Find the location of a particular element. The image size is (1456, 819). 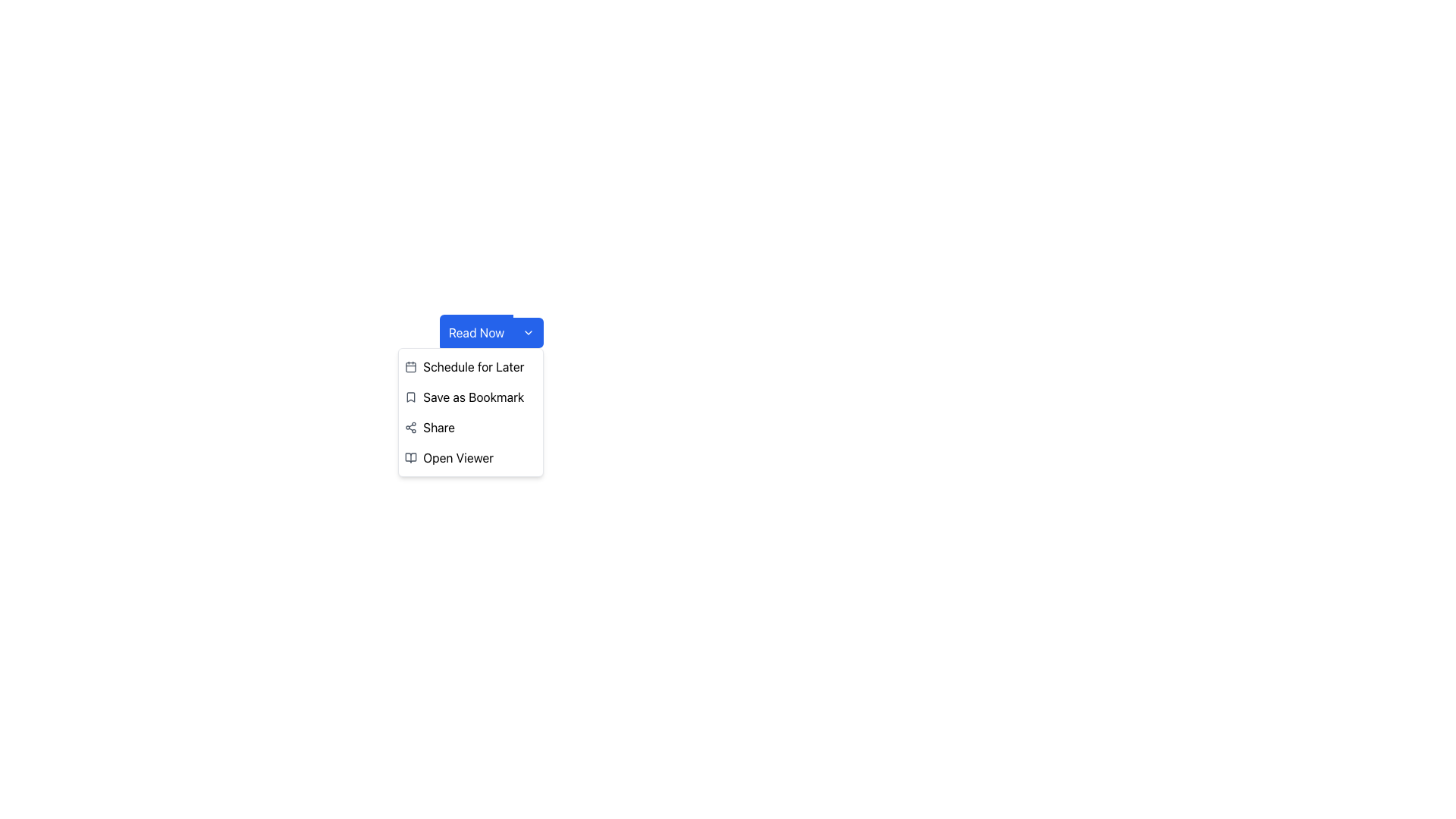

the small gray calendar icon located at the start of the 'Schedule for Later' option in the dropdown menu is located at coordinates (411, 366).